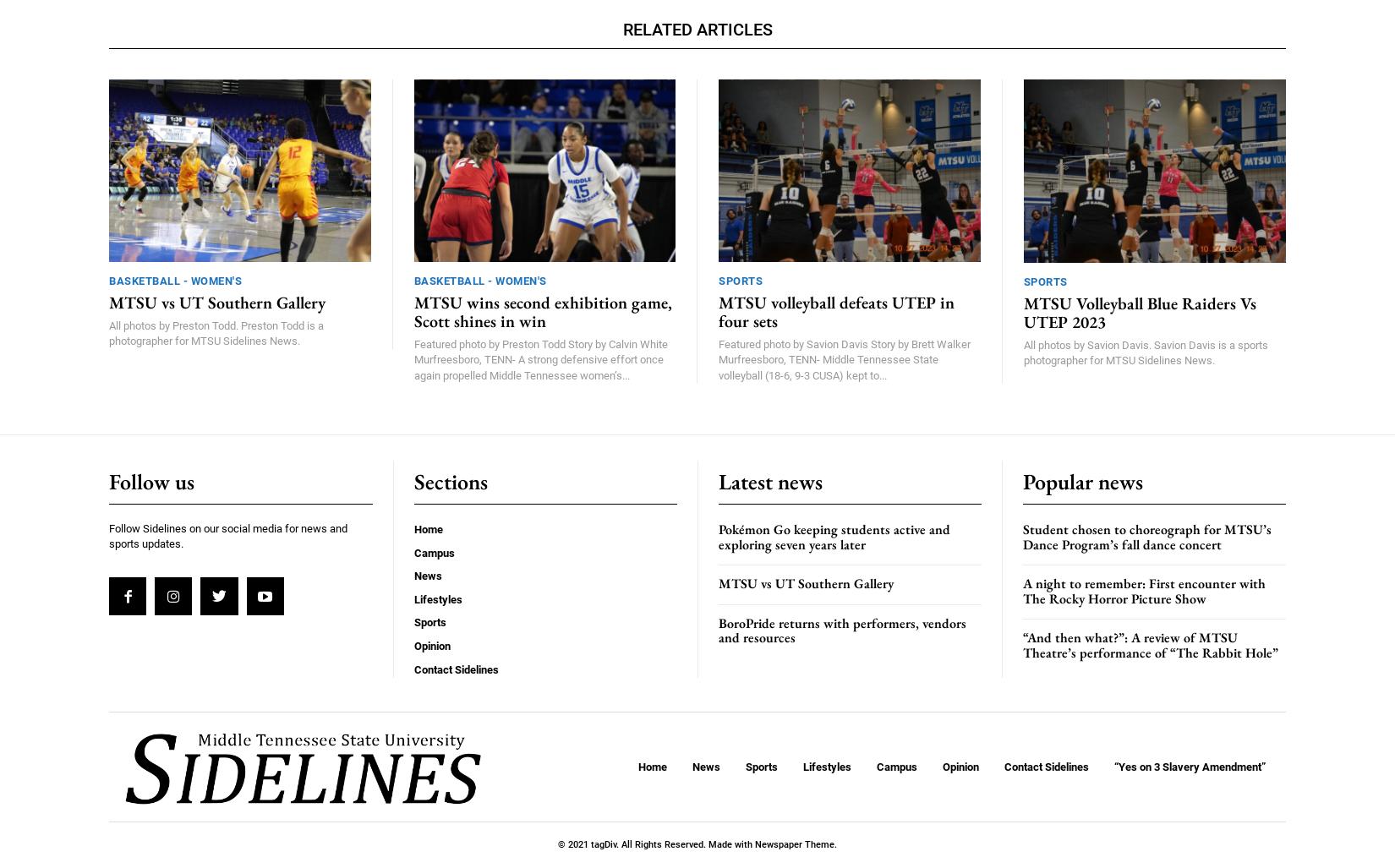 Image resolution: width=1395 pixels, height=868 pixels. Describe the element at coordinates (1146, 535) in the screenshot. I see `'Student chosen to choreograph for MTSU’s Dance Program’s fall dance concert'` at that location.